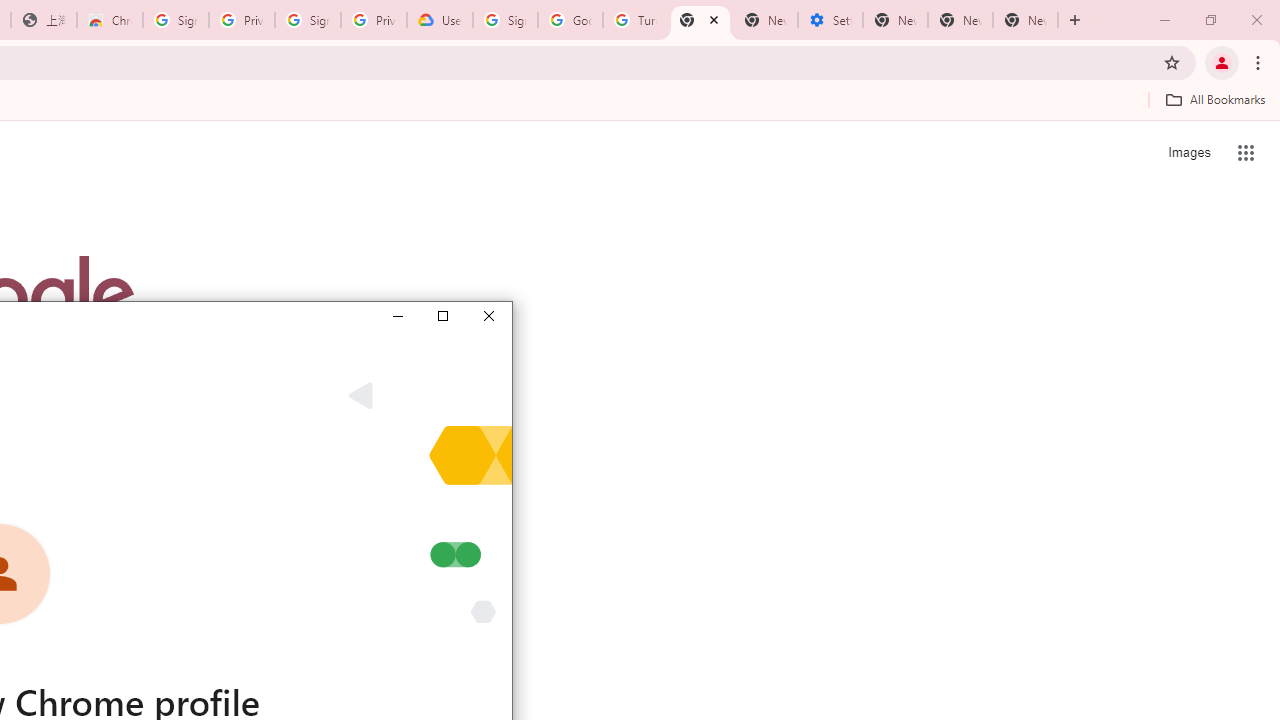 The height and width of the screenshot is (720, 1280). I want to click on 'New Tab', so click(1025, 20).